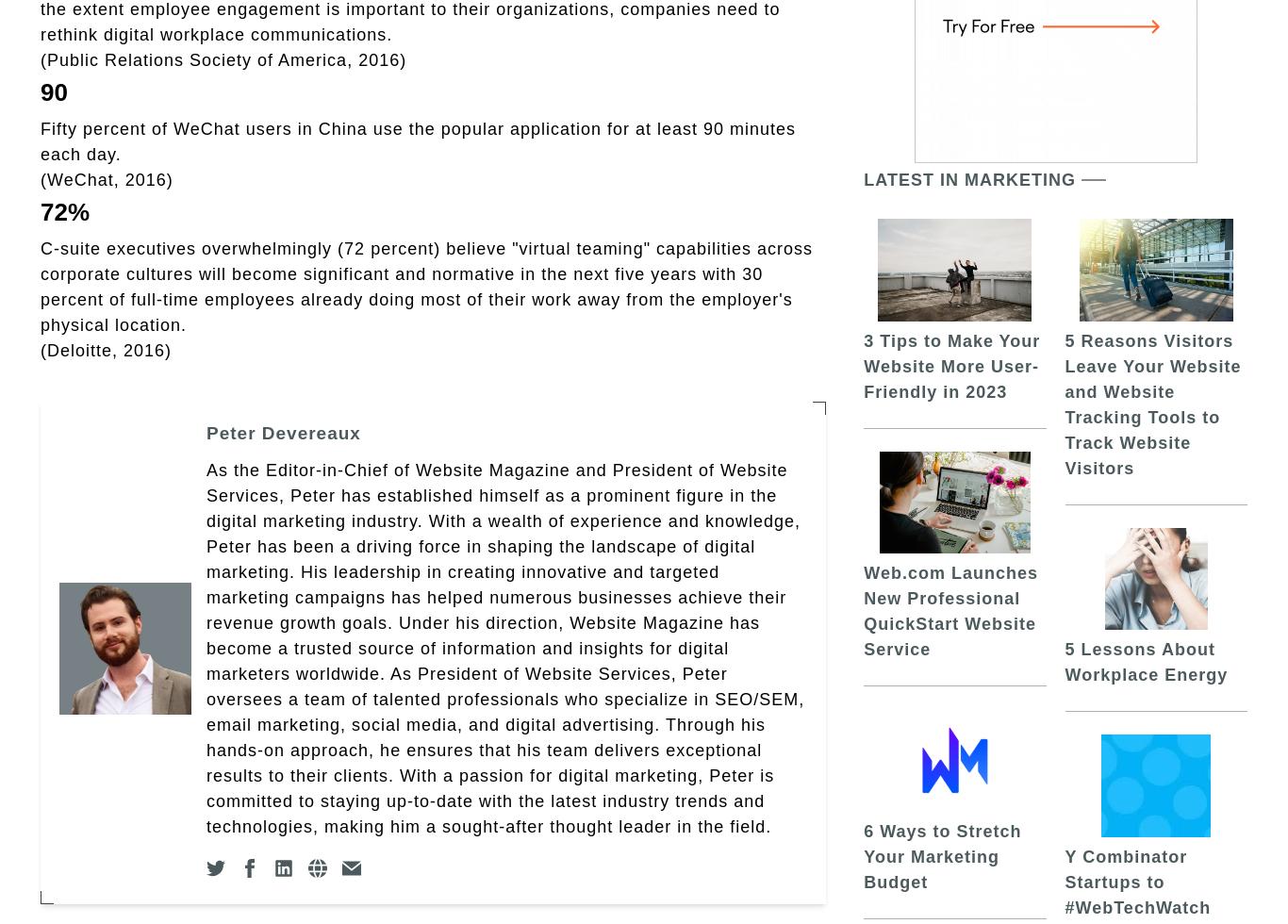 Image resolution: width=1288 pixels, height=924 pixels. Describe the element at coordinates (64, 211) in the screenshot. I see `'72%'` at that location.